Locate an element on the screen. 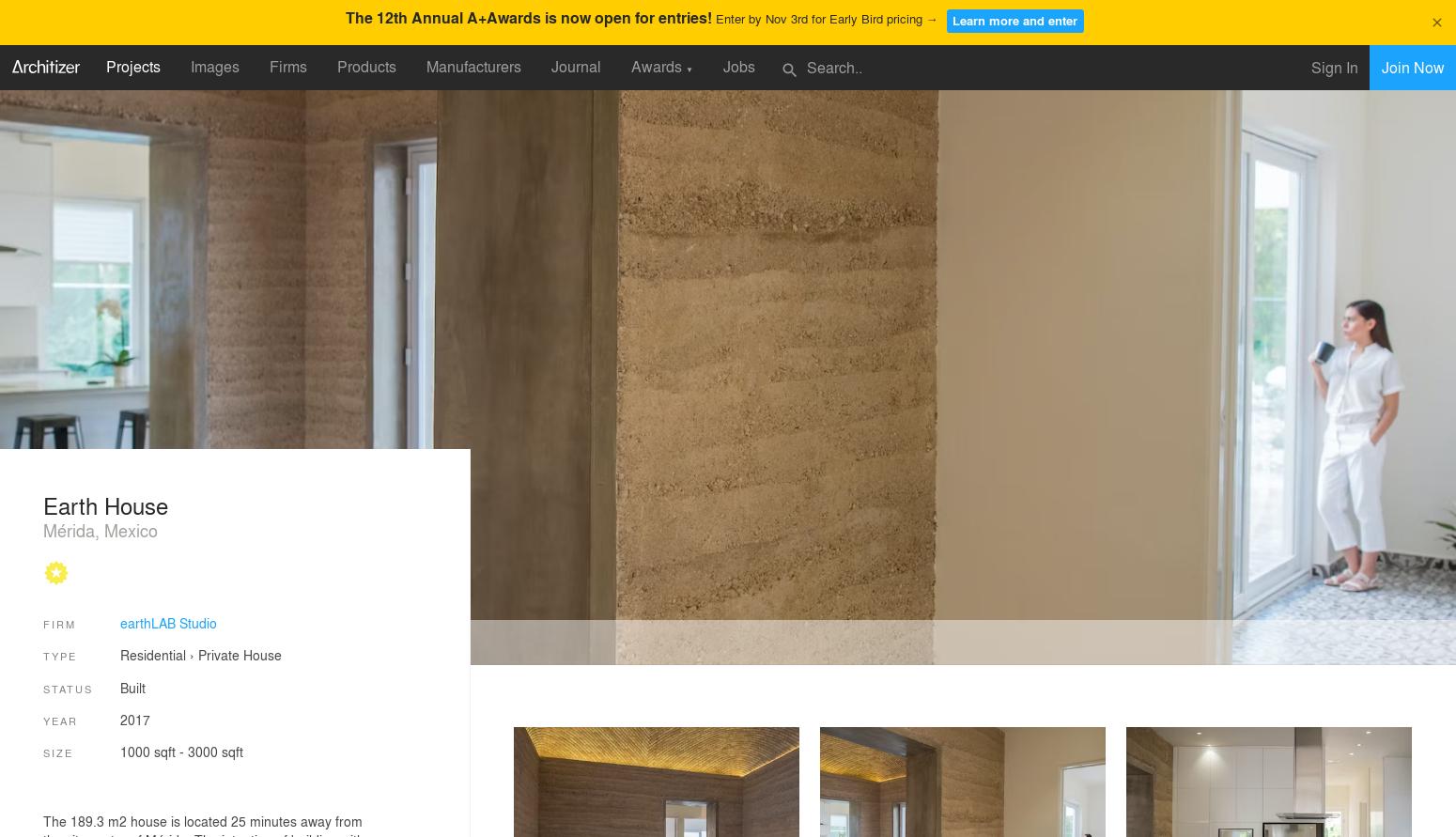 The height and width of the screenshot is (837, 1456). 'SIZE' is located at coordinates (57, 752).